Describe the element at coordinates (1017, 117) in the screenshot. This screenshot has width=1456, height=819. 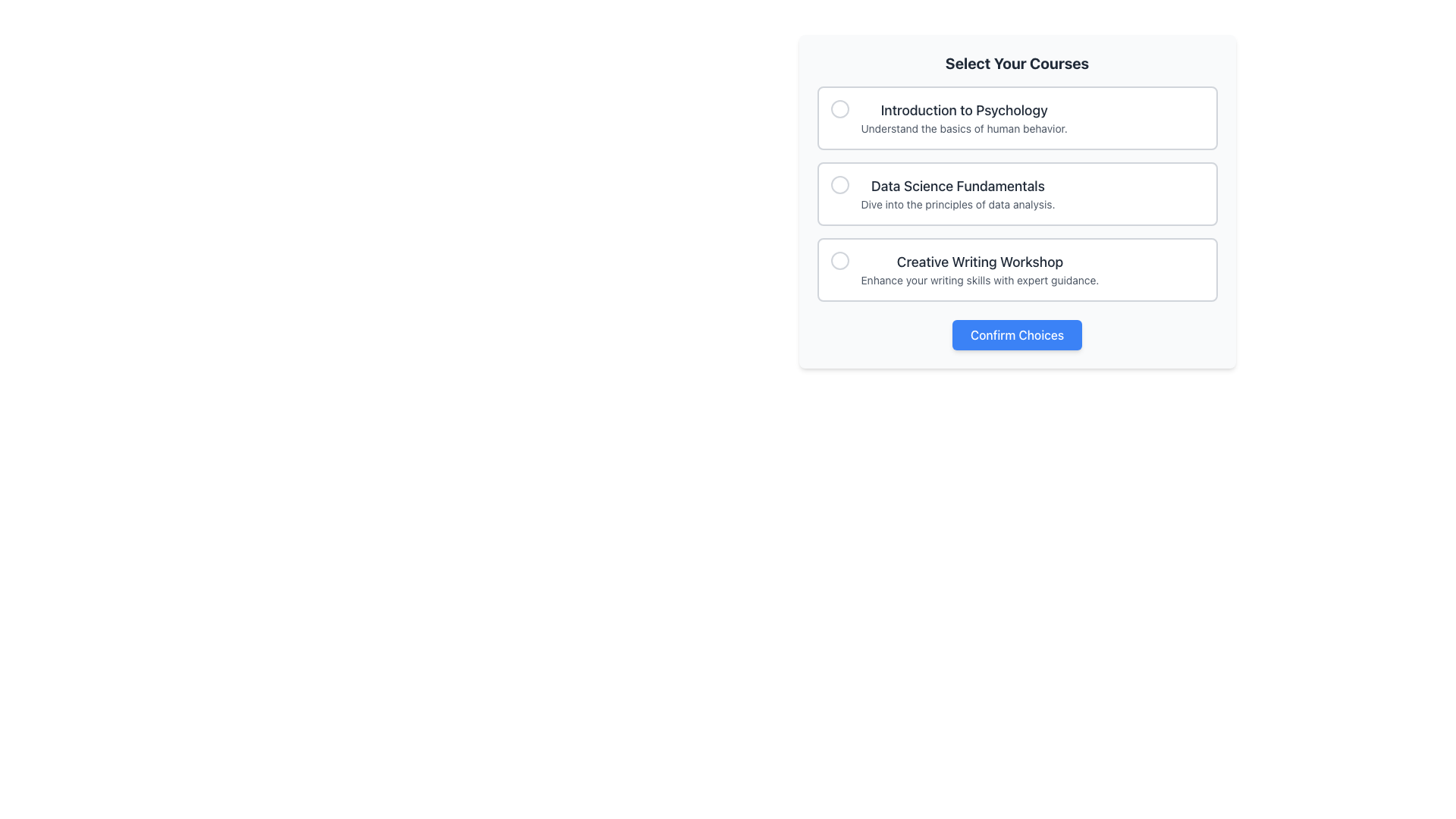
I see `the 'Introduction to Psychology' selection option` at that location.